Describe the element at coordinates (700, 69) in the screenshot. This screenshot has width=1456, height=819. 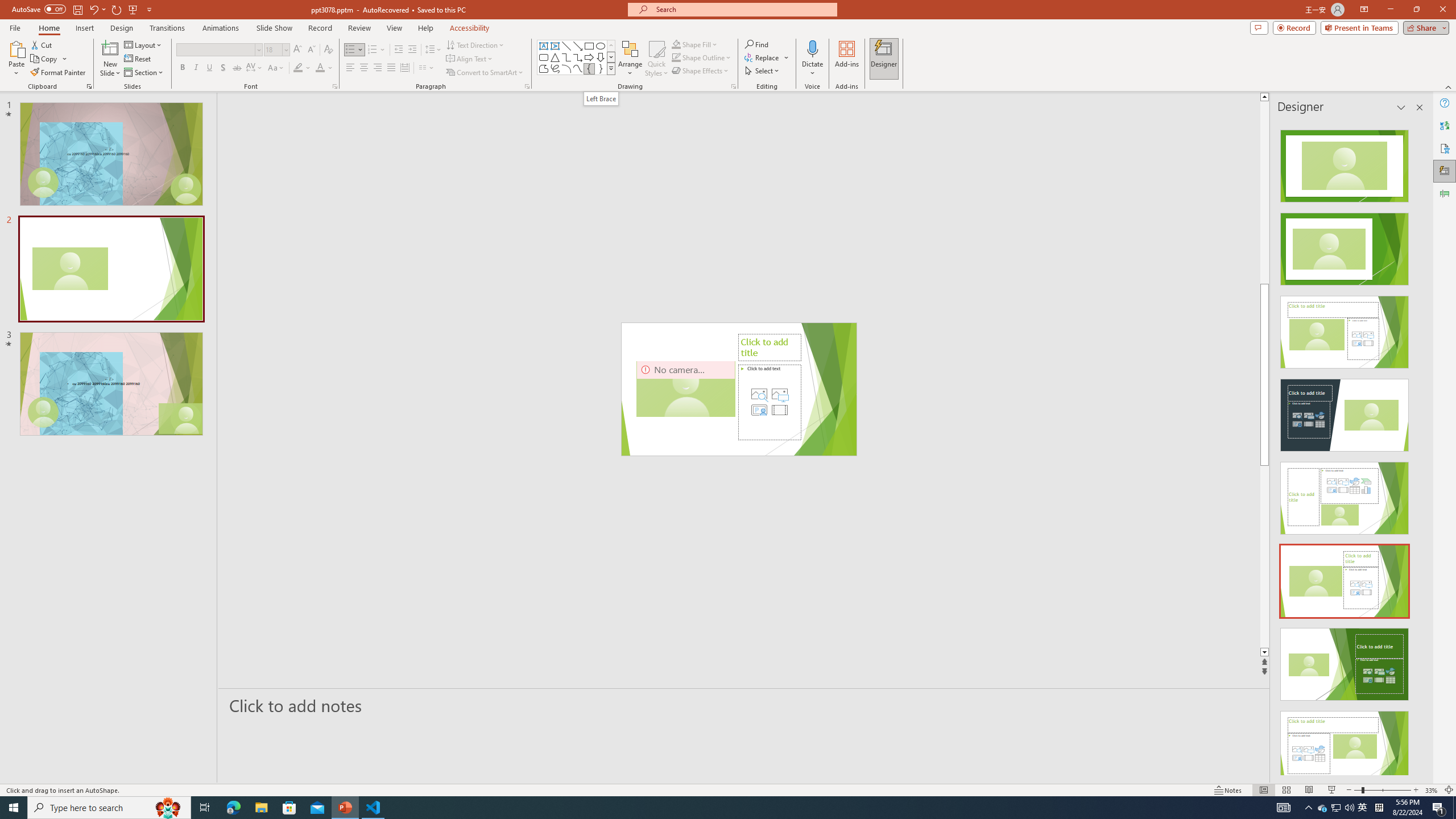
I see `'Shape Effects'` at that location.